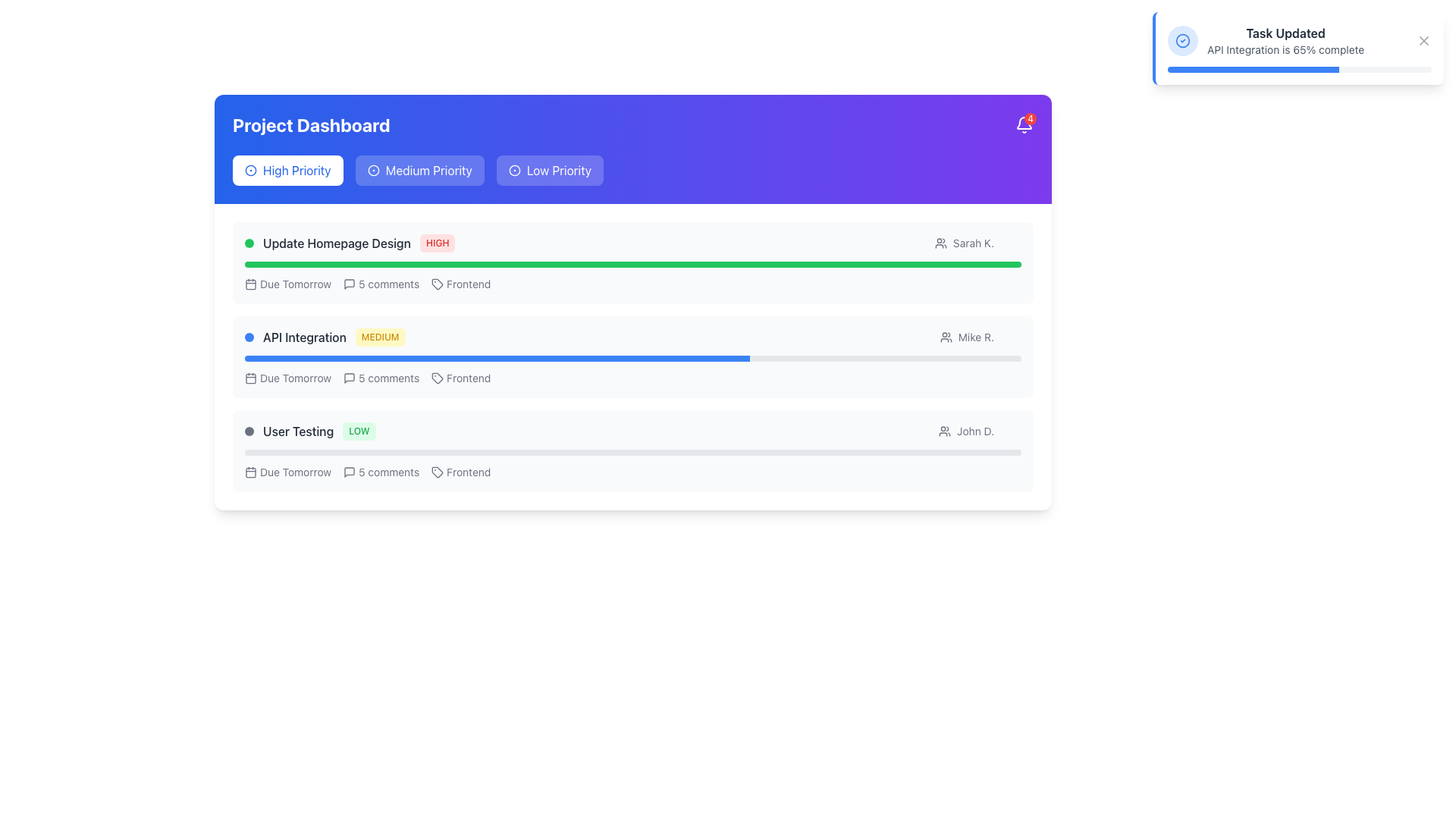 The width and height of the screenshot is (1456, 819). What do you see at coordinates (324, 336) in the screenshot?
I see `the blue circular indicator of the 'API Integration' task` at bounding box center [324, 336].